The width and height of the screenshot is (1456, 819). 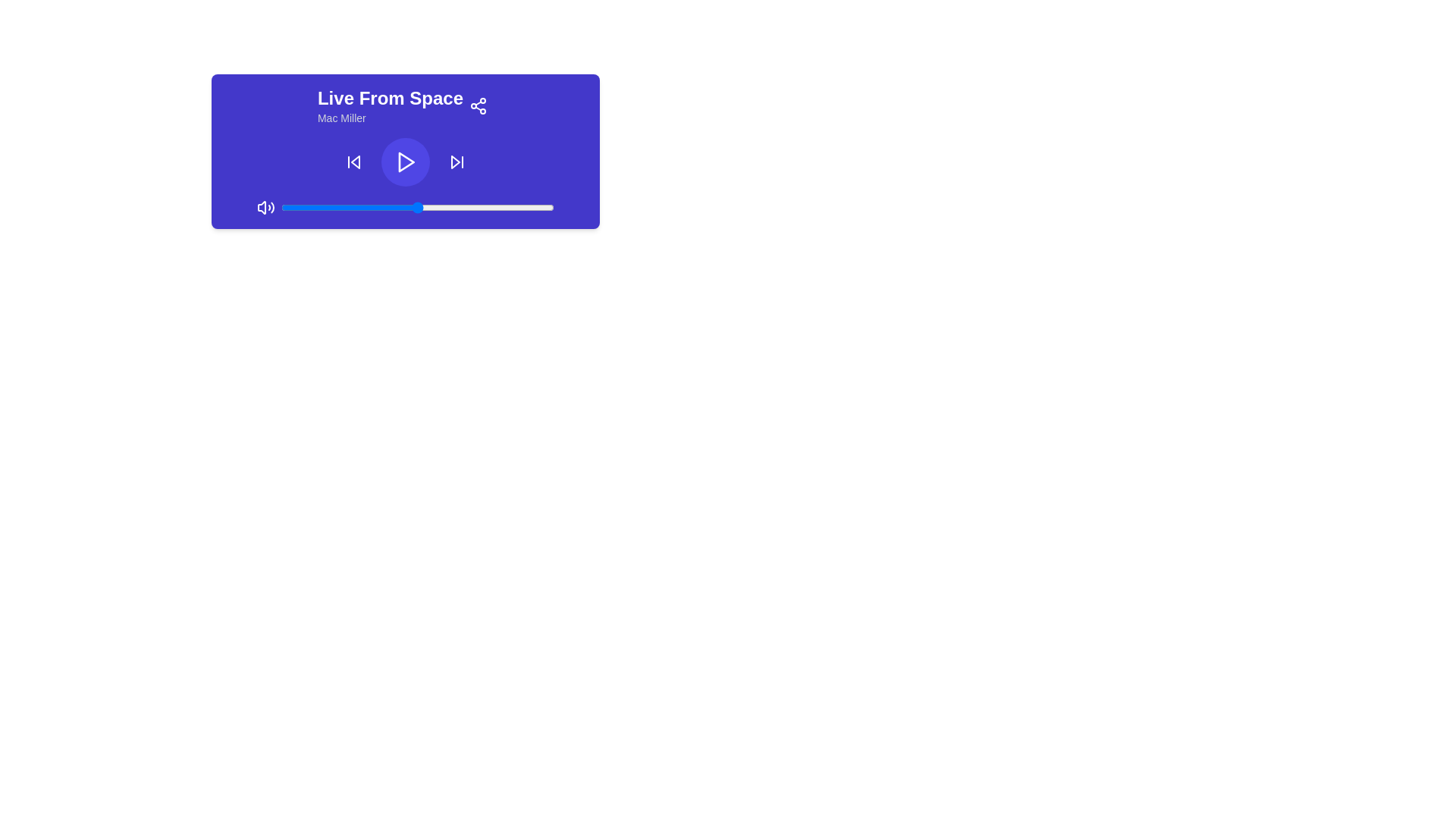 I want to click on the 'previous track' icon button located at the center-left of the media player interface to skip to the previous track, so click(x=353, y=162).